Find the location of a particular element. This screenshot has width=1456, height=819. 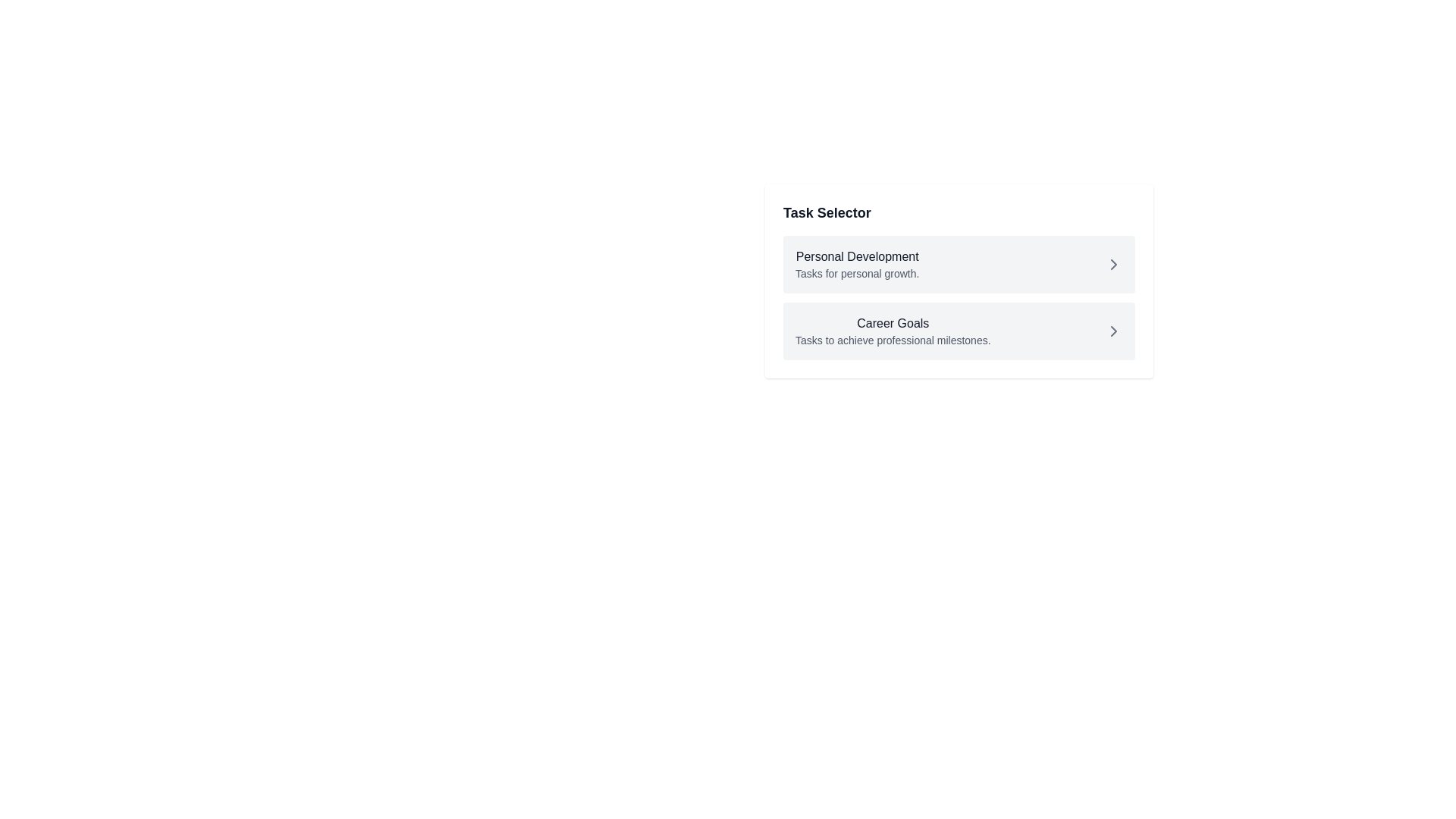

the navigational indicator icon located at the far right of the 'Personal Development' section is located at coordinates (1113, 263).